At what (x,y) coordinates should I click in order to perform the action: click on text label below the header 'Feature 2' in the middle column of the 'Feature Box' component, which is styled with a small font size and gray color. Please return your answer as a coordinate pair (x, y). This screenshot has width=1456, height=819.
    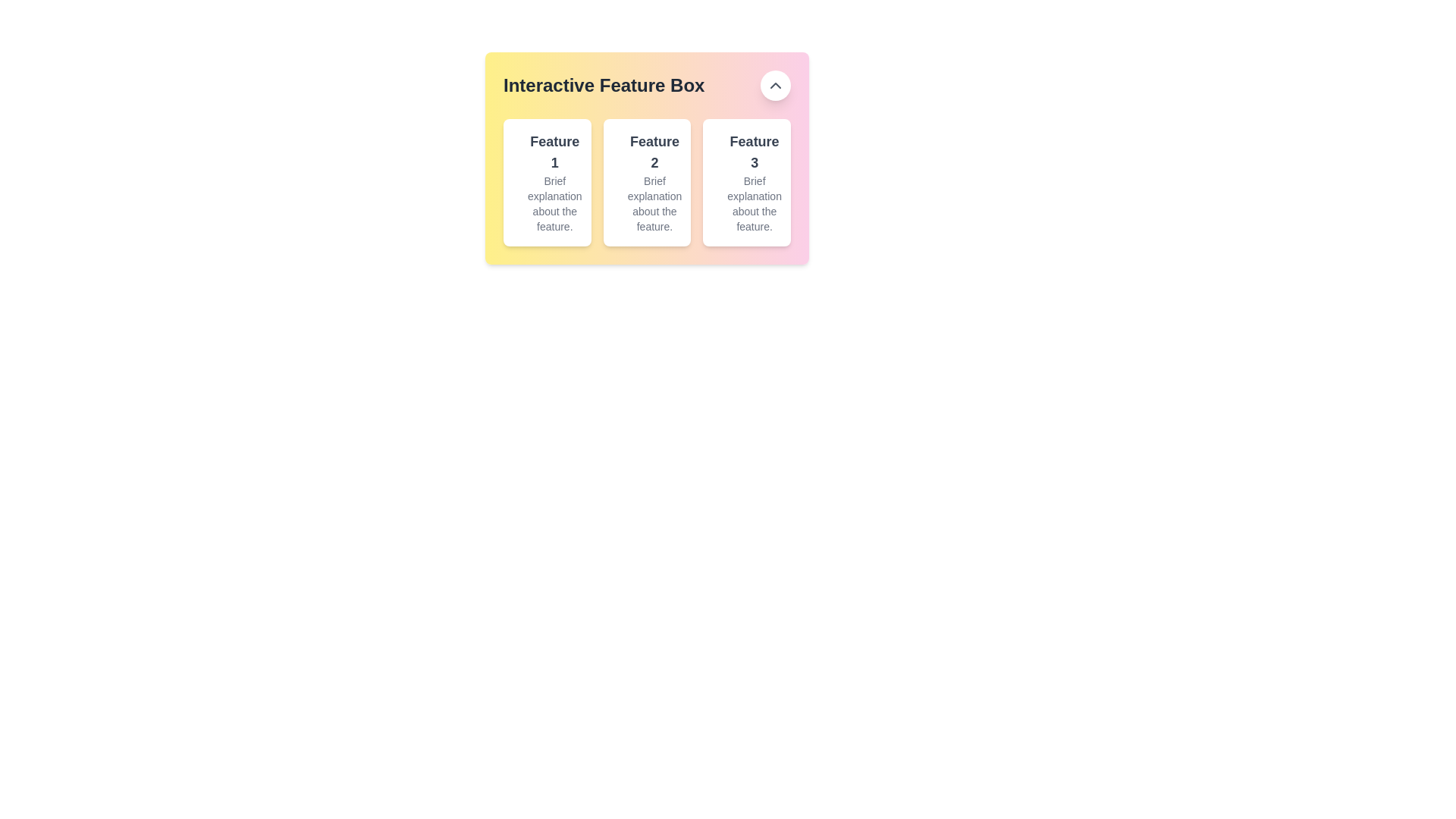
    Looking at the image, I should click on (654, 203).